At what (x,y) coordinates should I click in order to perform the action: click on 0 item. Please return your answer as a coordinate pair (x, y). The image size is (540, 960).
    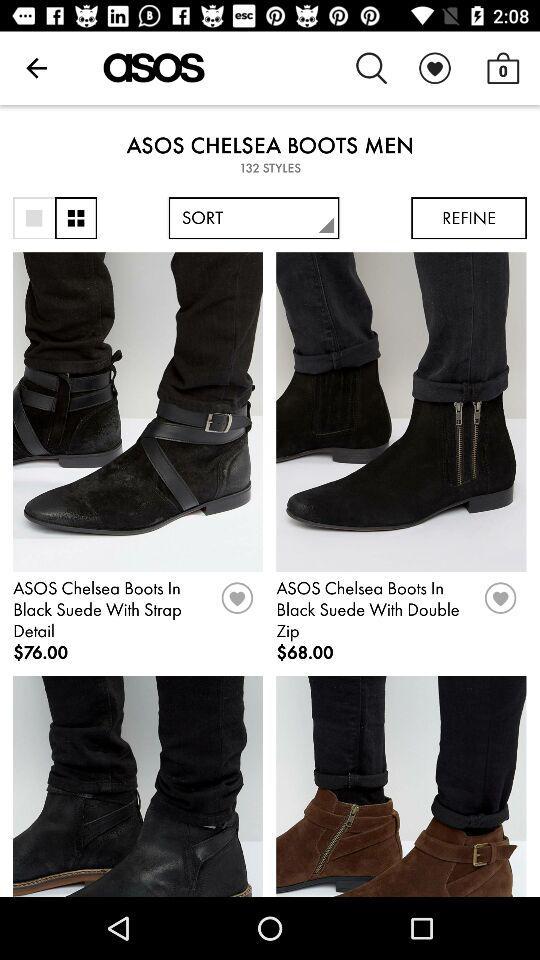
    Looking at the image, I should click on (502, 68).